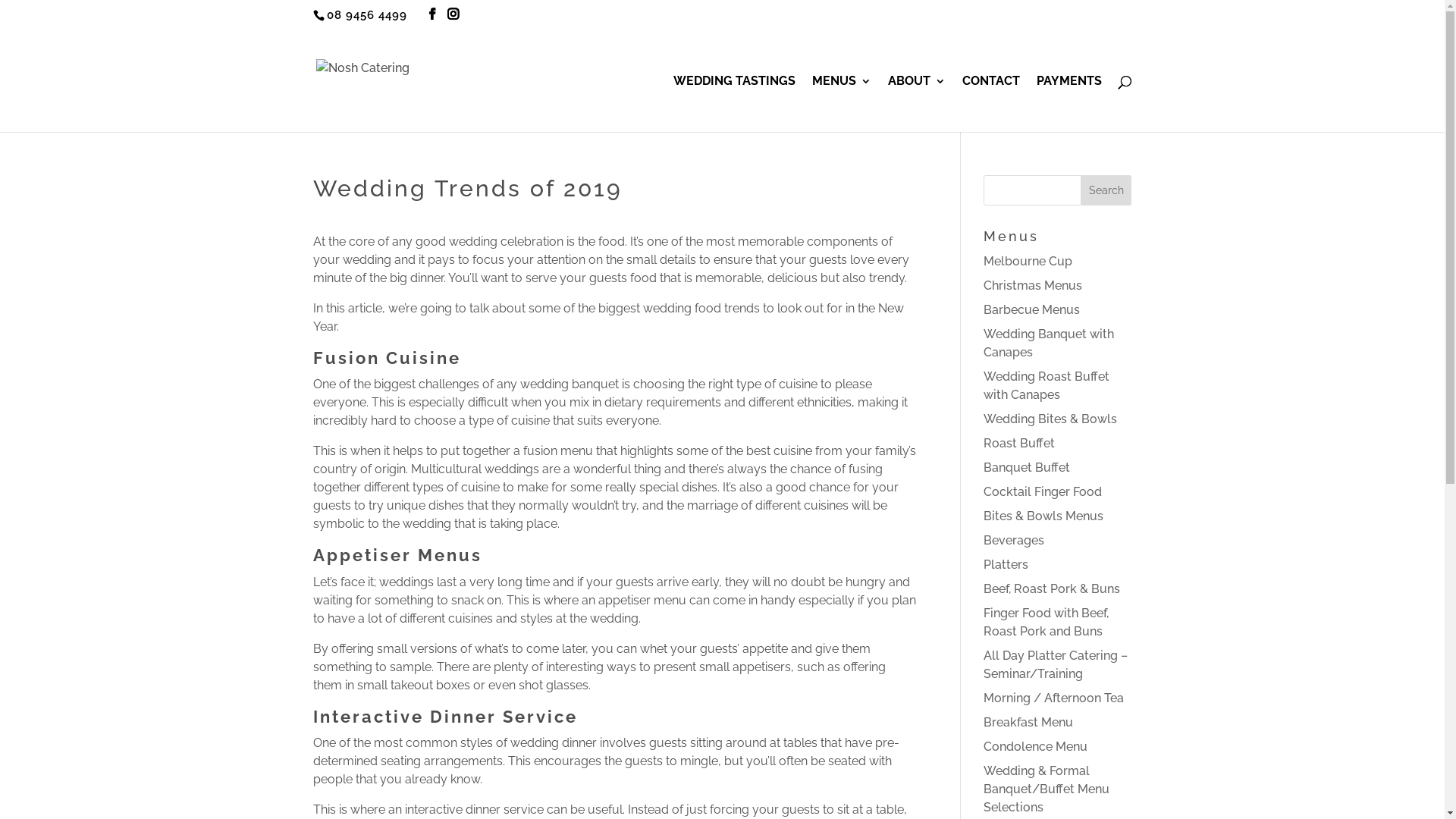 This screenshot has height=819, width=1456. What do you see at coordinates (1028, 721) in the screenshot?
I see `'Breakfast Menu'` at bounding box center [1028, 721].